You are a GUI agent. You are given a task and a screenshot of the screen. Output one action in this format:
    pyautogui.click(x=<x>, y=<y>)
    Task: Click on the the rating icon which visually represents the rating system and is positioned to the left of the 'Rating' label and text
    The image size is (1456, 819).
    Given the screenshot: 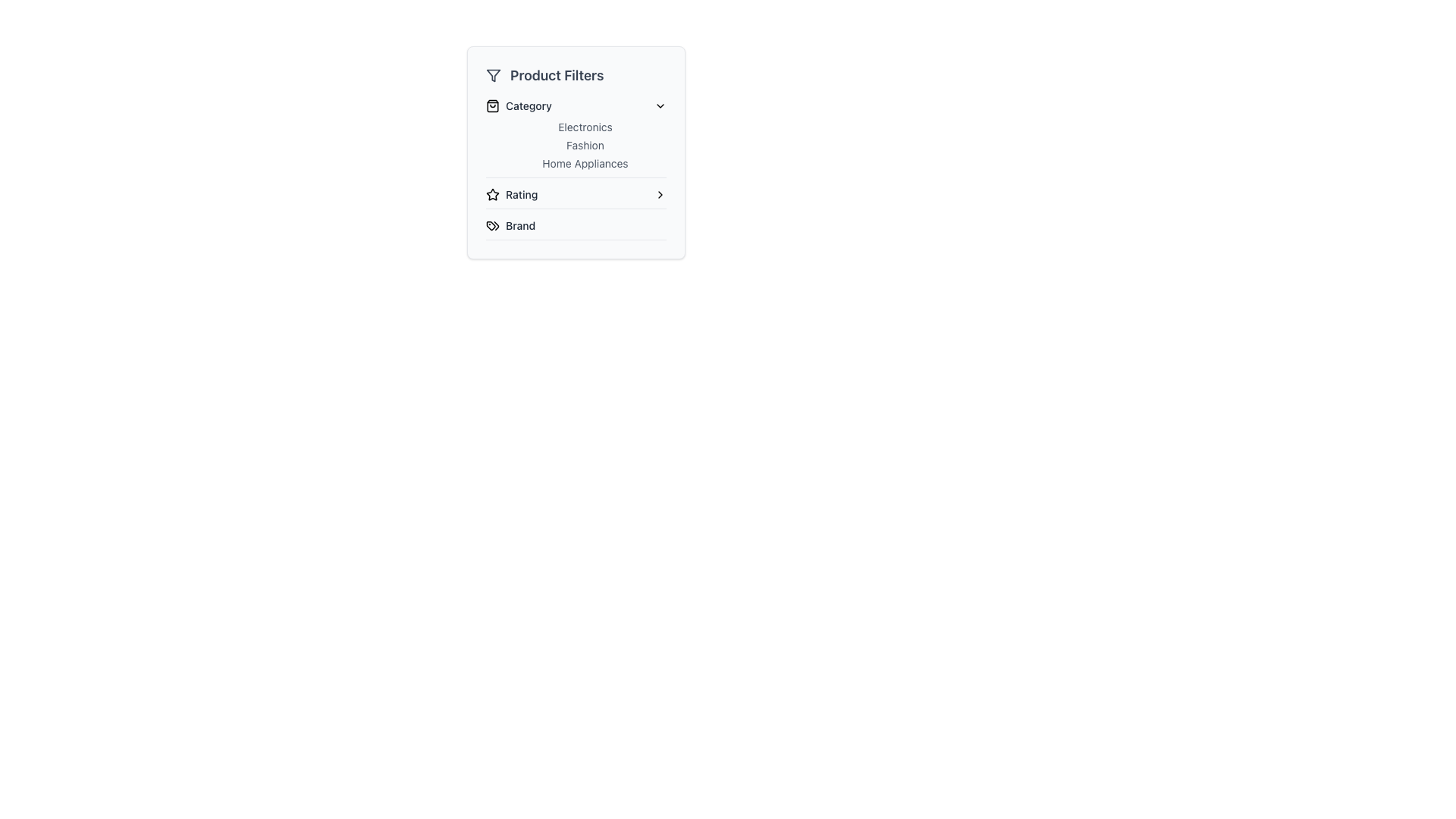 What is the action you would take?
    pyautogui.click(x=492, y=194)
    